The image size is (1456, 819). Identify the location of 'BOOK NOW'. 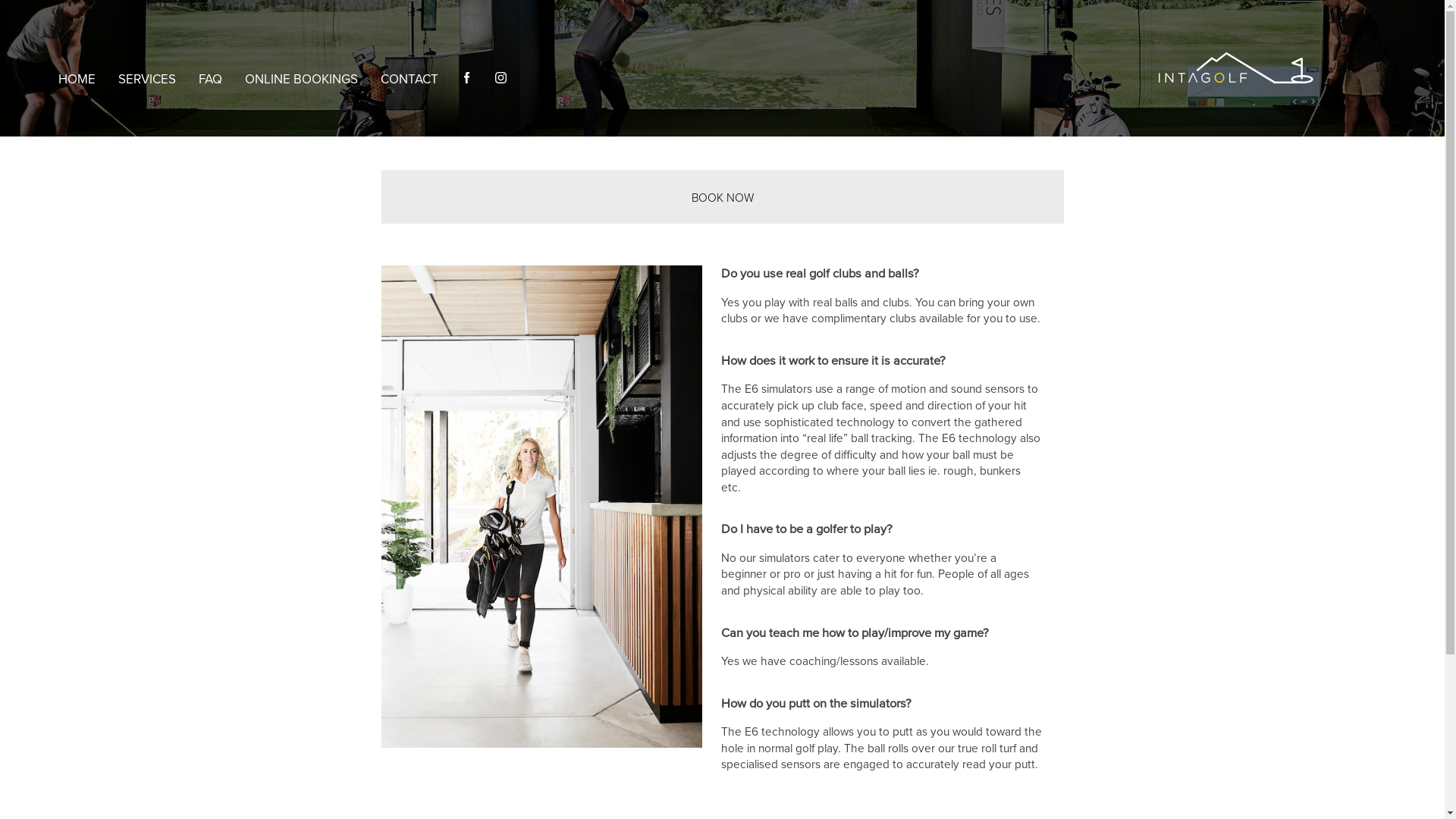
(722, 197).